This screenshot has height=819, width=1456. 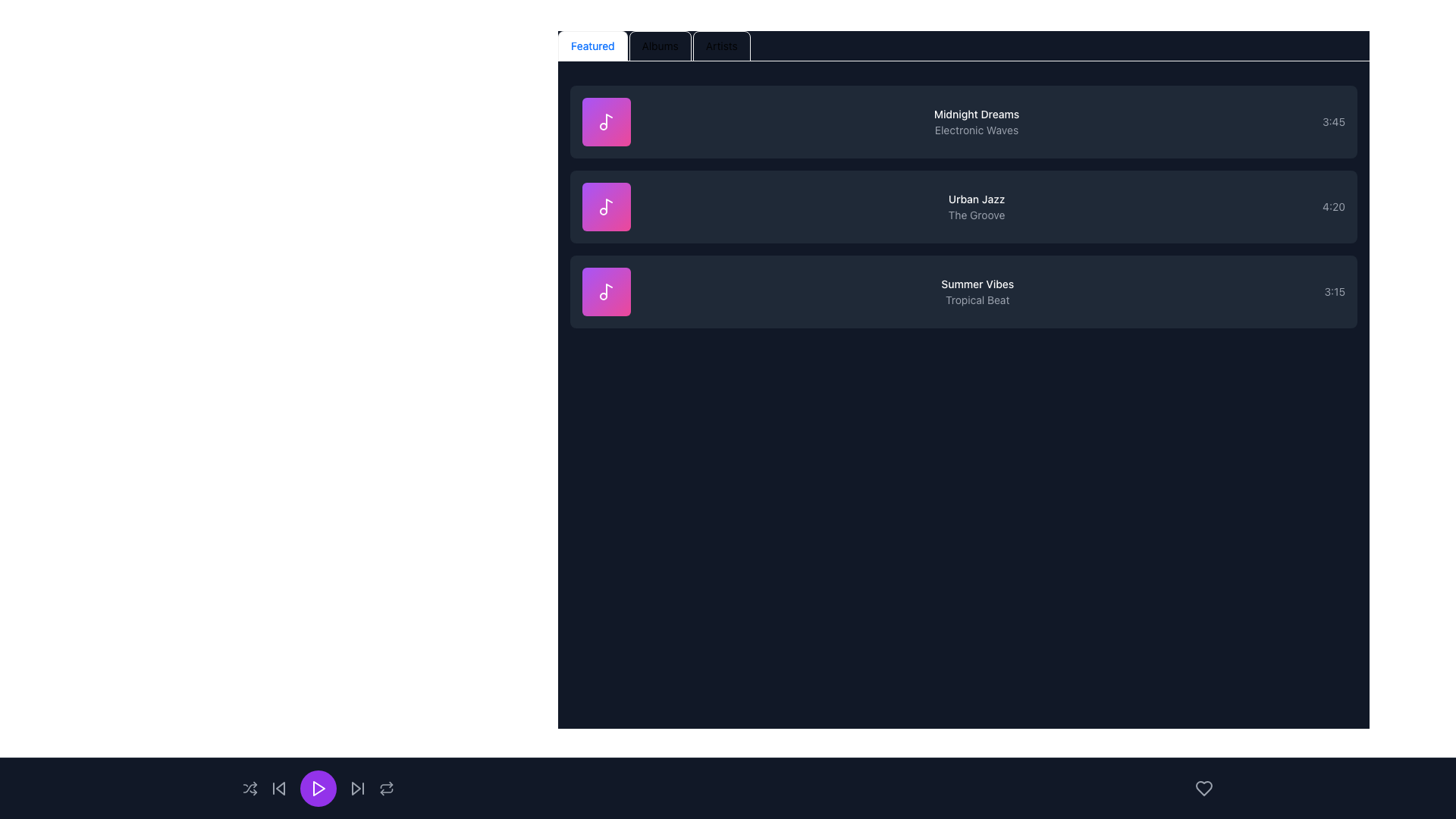 I want to click on the visual indicator (animated bar) located under the 'Featured' tab in the tab navigation bar, which serves as the active tab indicator, so click(x=591, y=60).